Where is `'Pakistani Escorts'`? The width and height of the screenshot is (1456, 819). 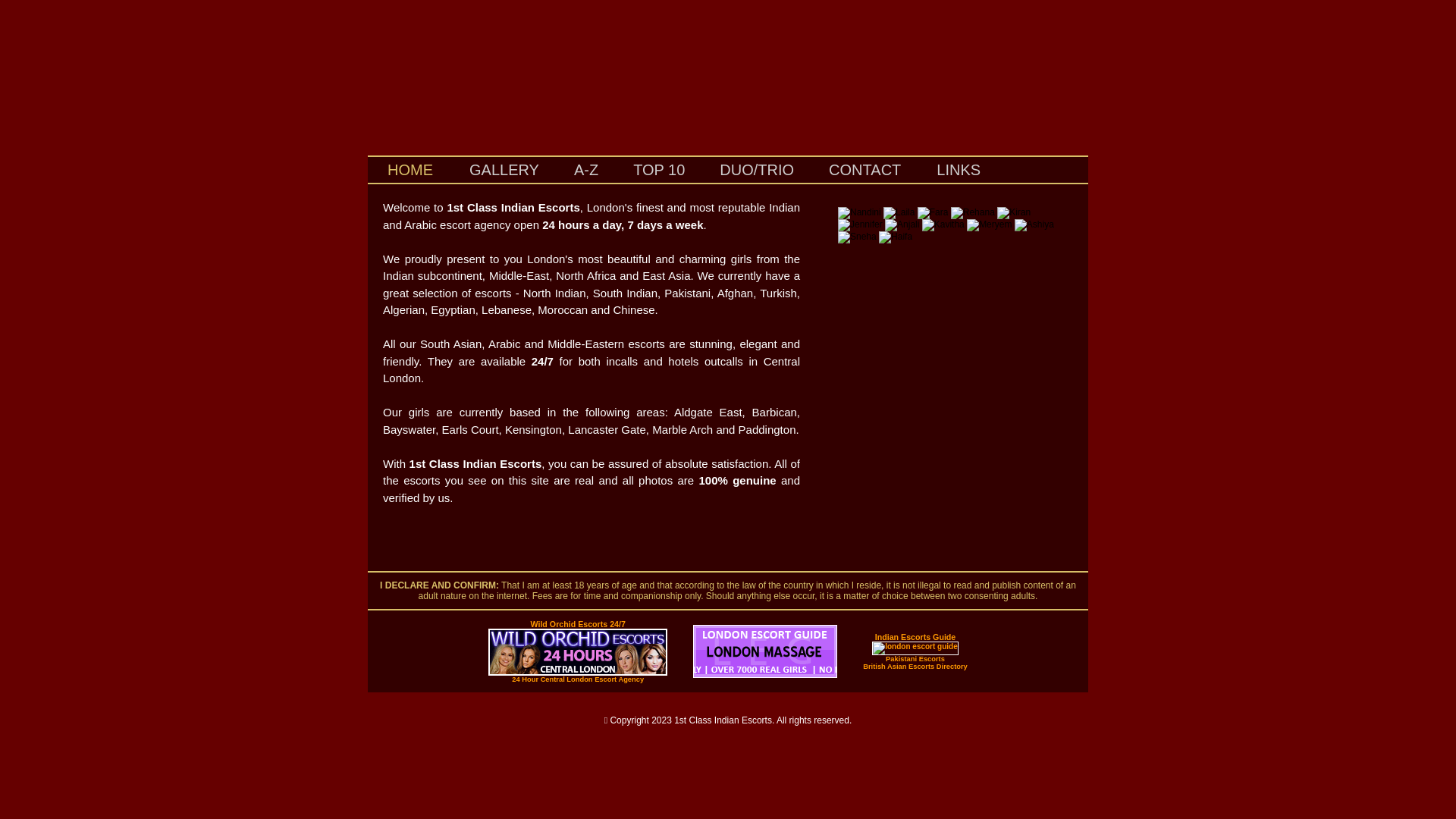 'Pakistani Escorts' is located at coordinates (885, 657).